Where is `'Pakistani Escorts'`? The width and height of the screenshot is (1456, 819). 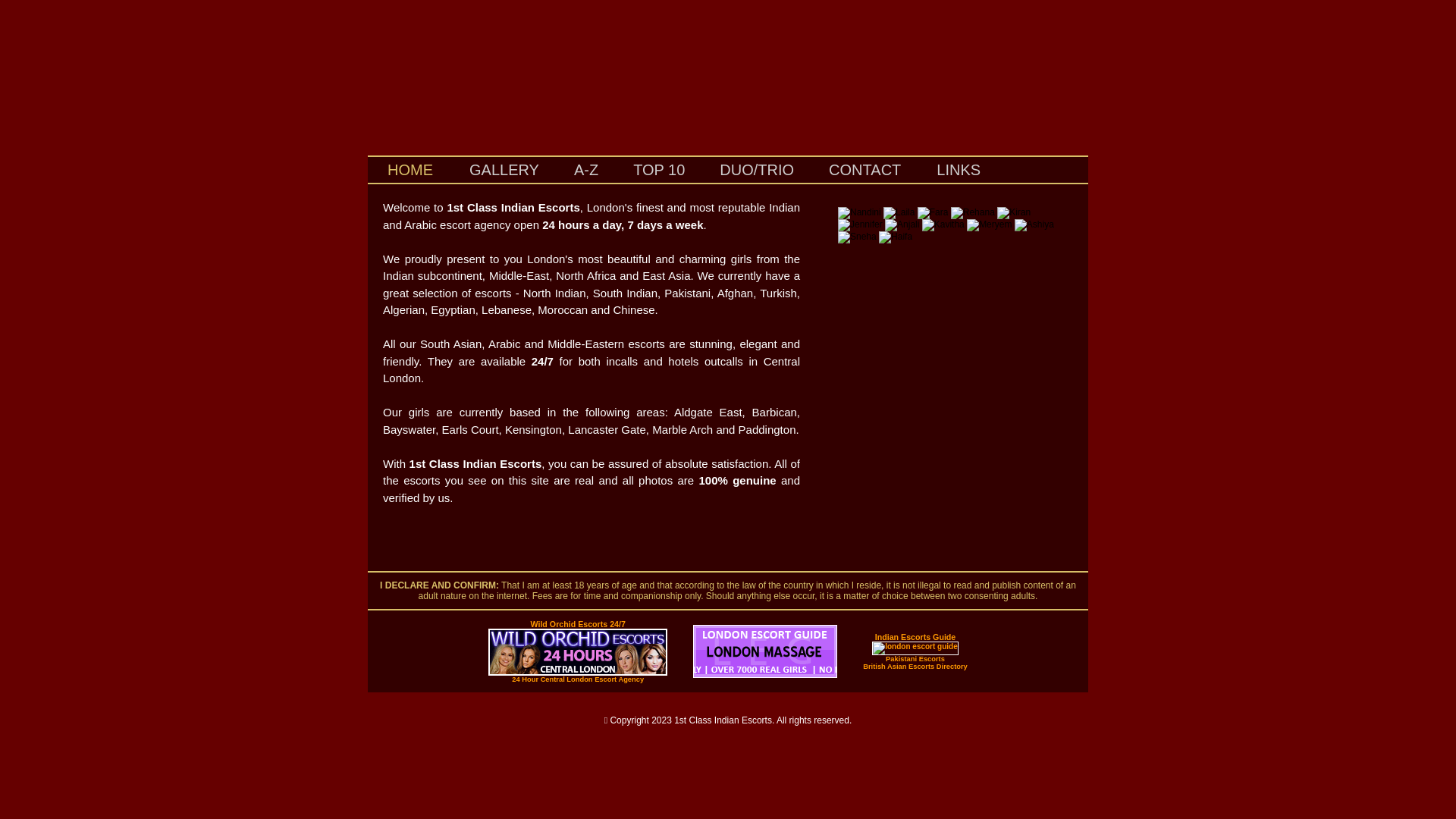 'Pakistani Escorts' is located at coordinates (885, 657).